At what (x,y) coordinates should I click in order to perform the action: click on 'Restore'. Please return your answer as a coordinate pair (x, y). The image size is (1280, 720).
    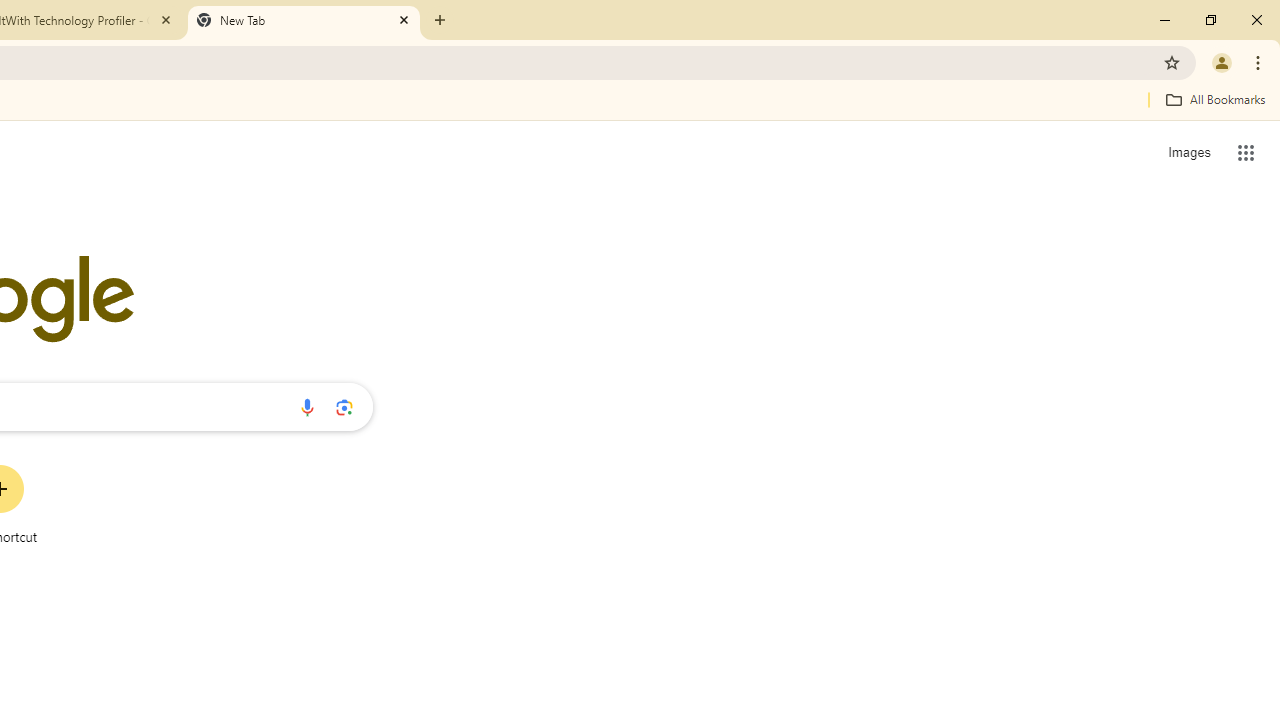
    Looking at the image, I should click on (1209, 20).